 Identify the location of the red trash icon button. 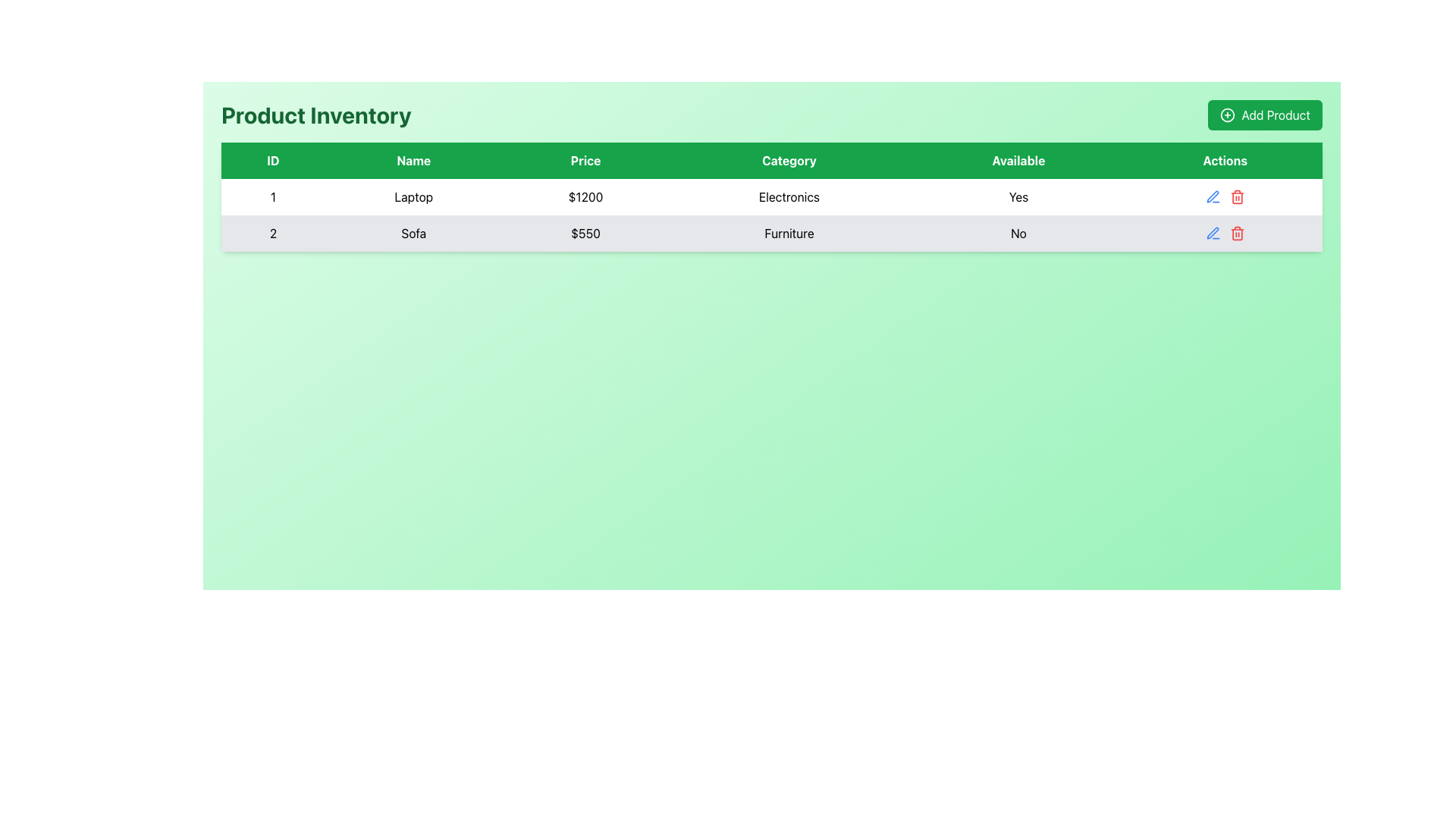
(1237, 196).